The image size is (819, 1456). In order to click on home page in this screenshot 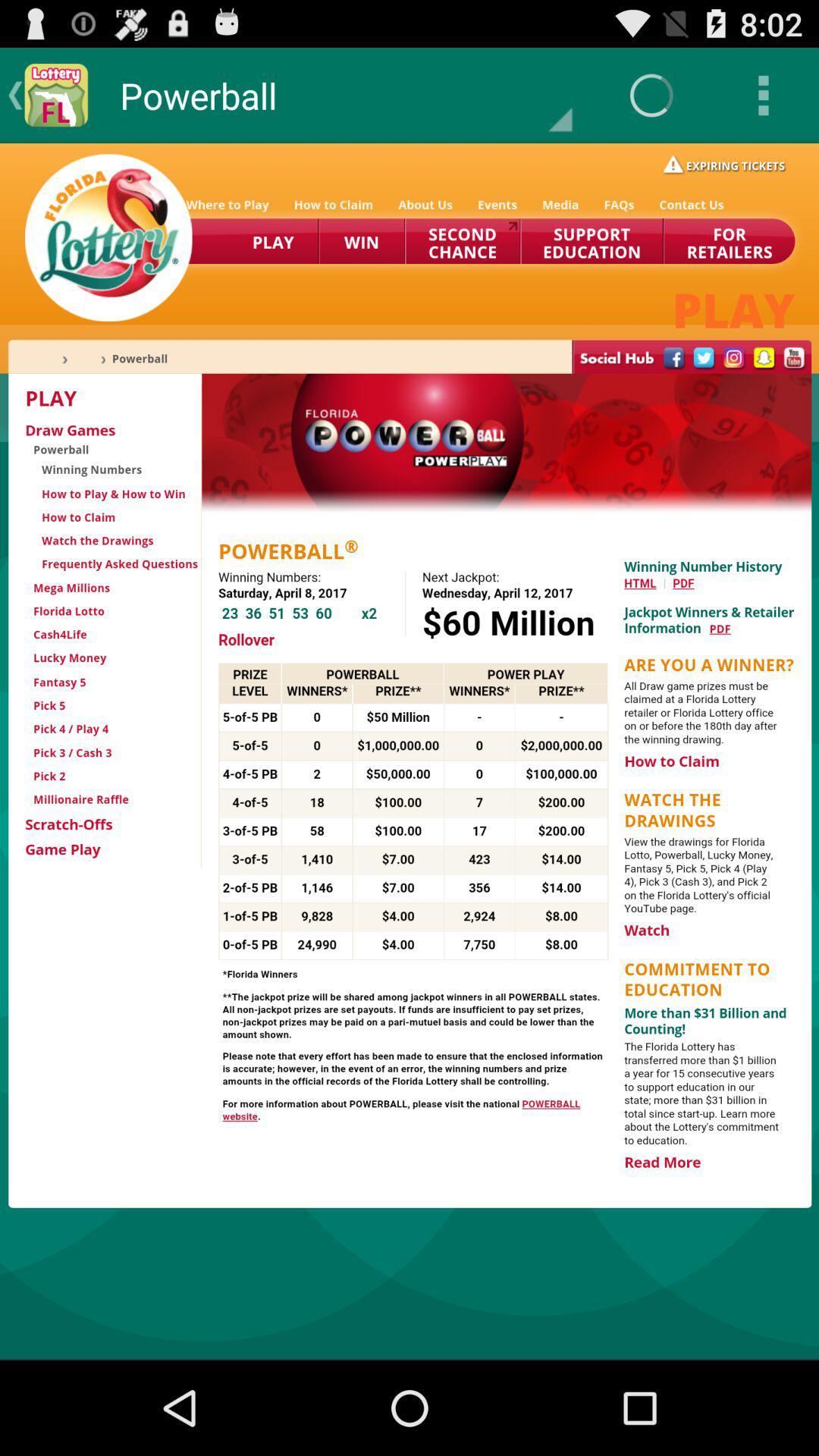, I will do `click(409, 751)`.